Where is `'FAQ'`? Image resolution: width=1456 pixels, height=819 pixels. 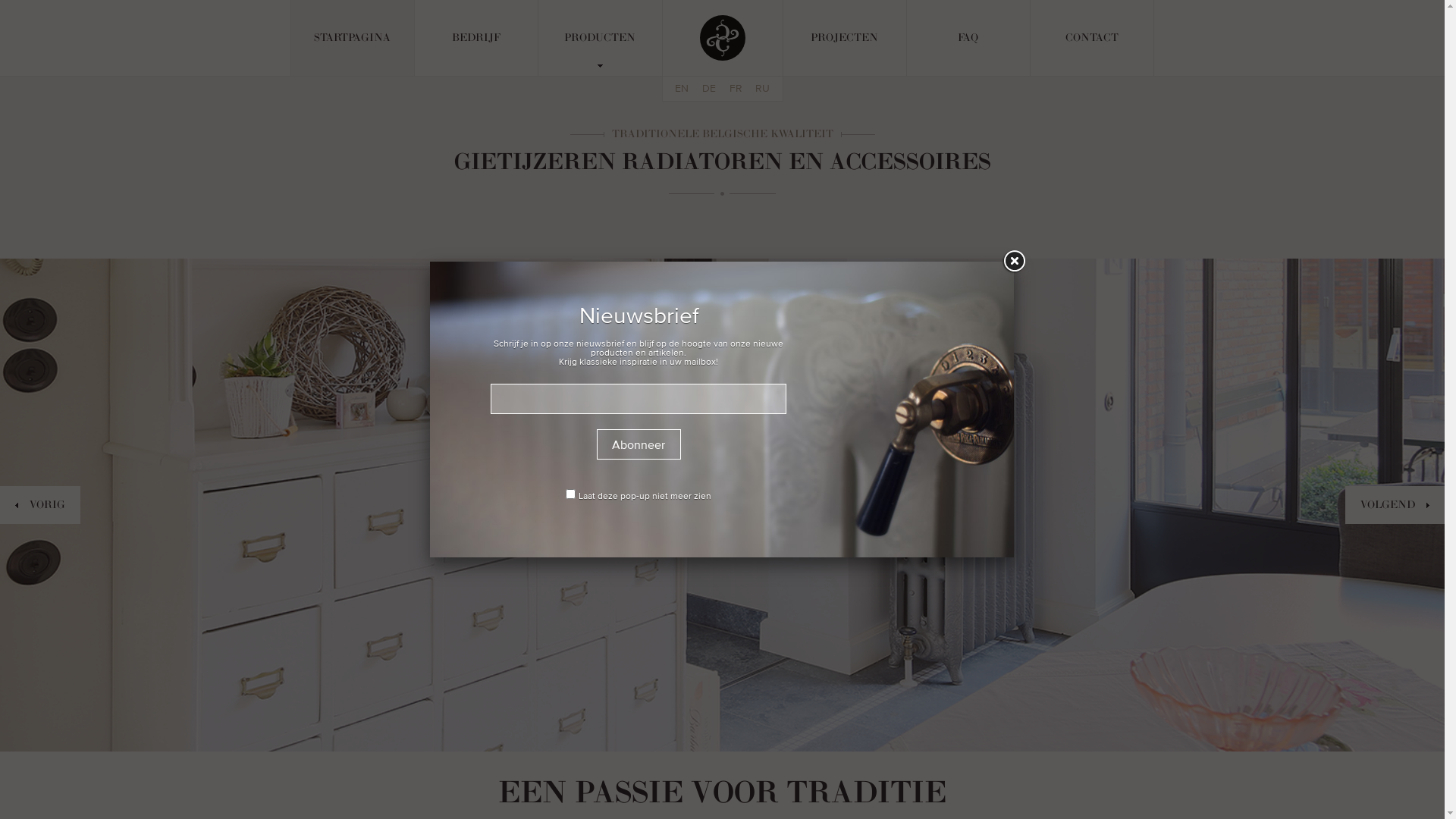
'FAQ' is located at coordinates (967, 37).